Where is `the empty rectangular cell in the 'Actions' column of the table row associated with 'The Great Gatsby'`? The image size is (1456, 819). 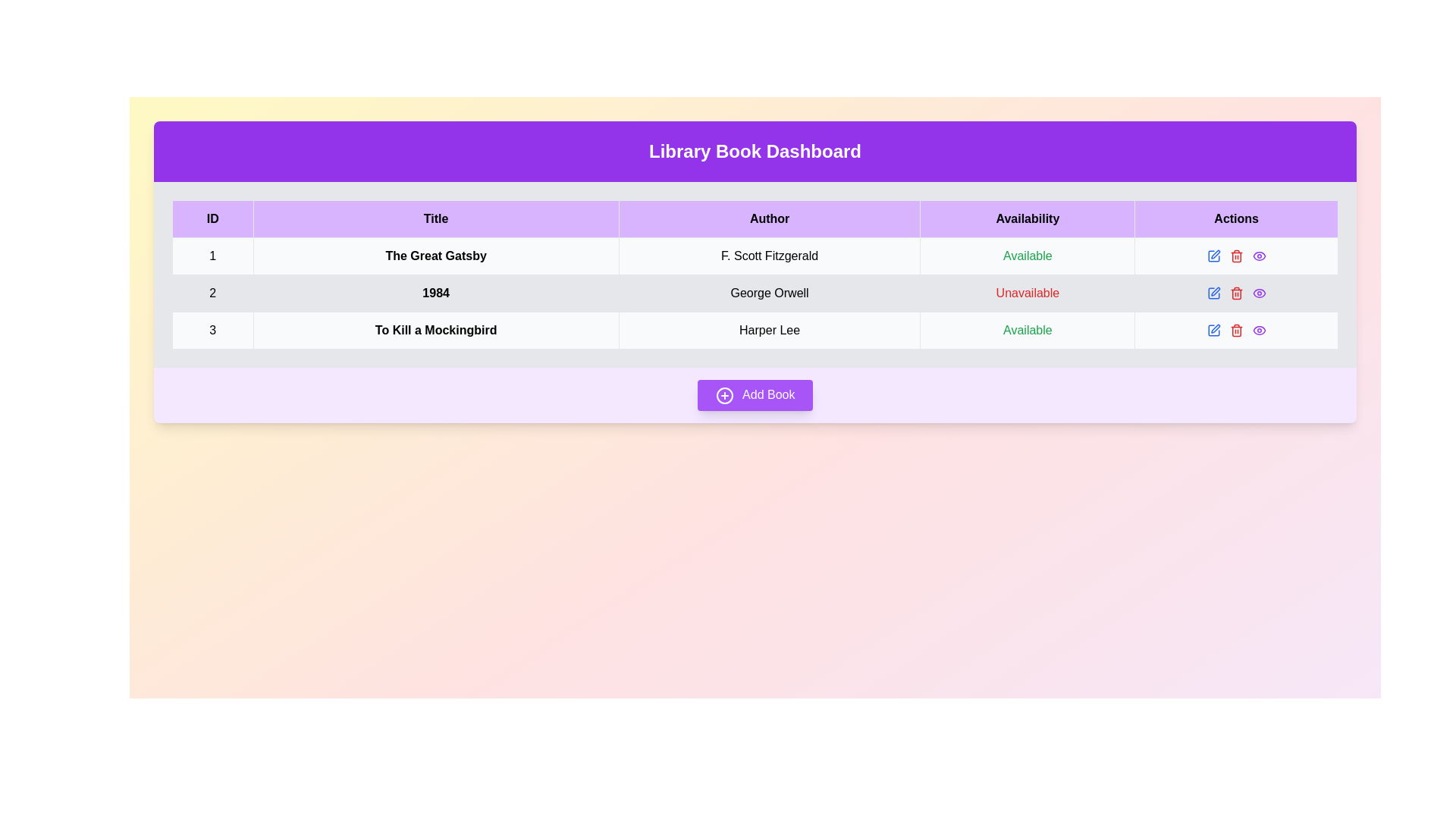 the empty rectangular cell in the 'Actions' column of the table row associated with 'The Great Gatsby' is located at coordinates (1236, 256).